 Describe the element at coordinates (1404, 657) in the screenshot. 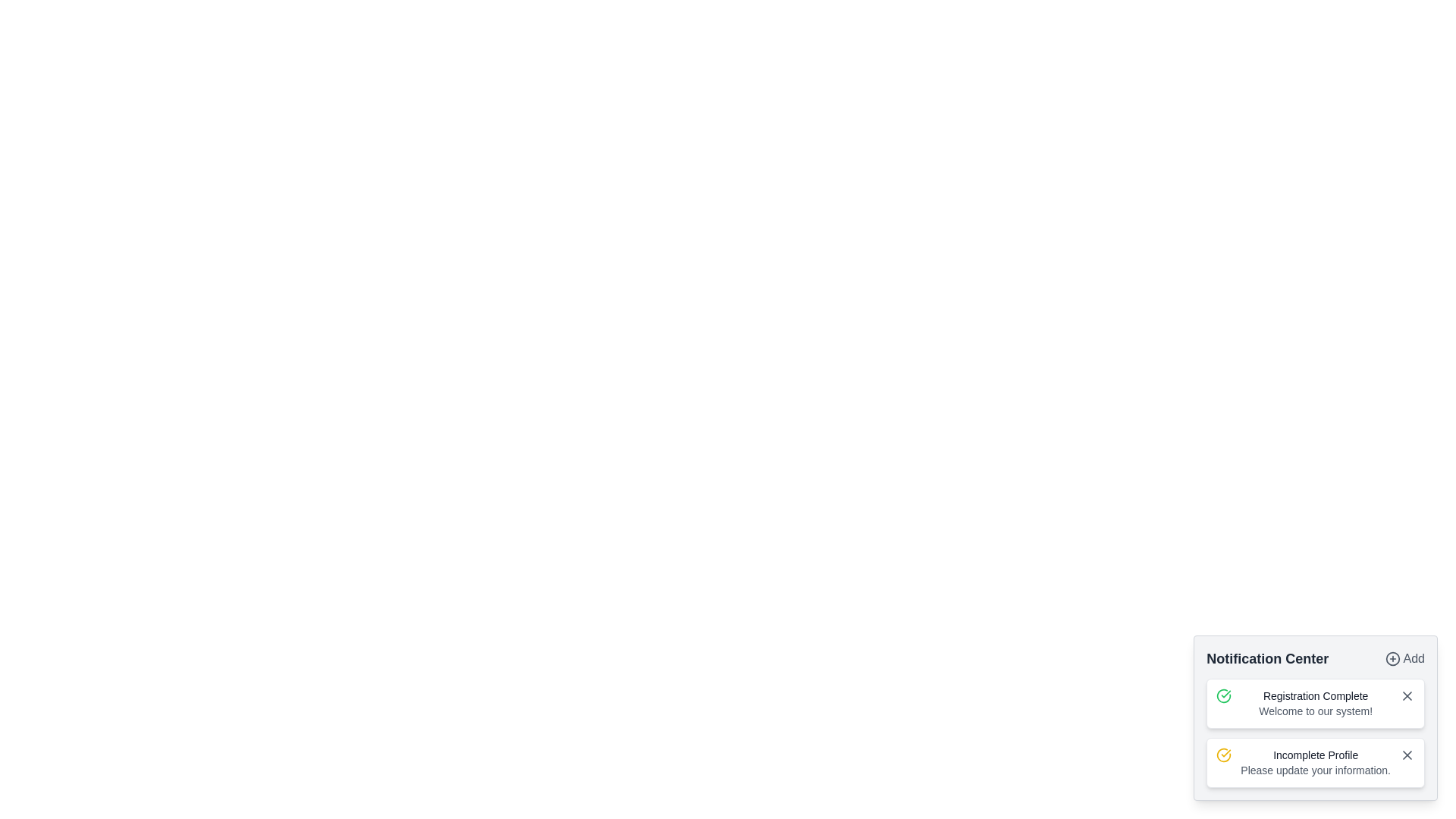

I see `the 'Add' button located in the top-right corner of the 'Notification Center' panel` at that location.